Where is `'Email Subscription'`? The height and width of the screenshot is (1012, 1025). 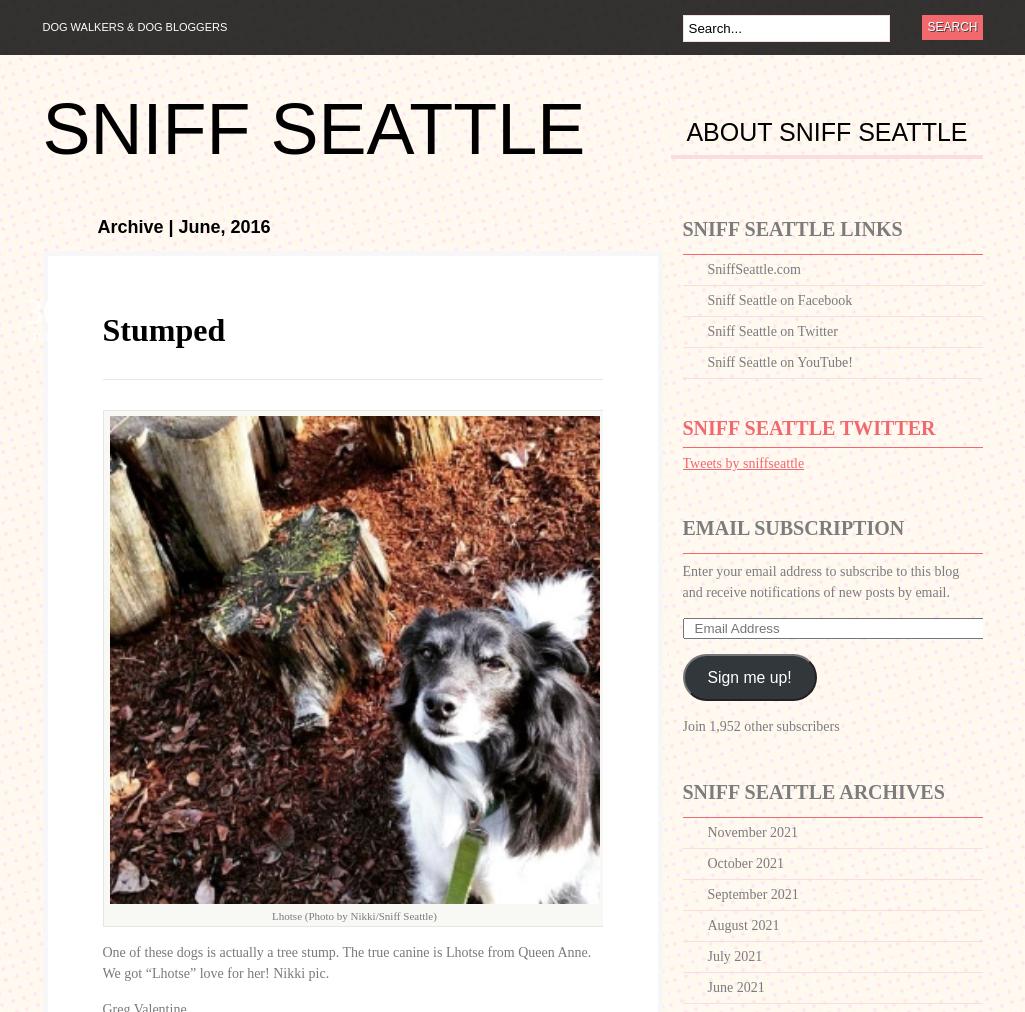
'Email Subscription' is located at coordinates (792, 526).